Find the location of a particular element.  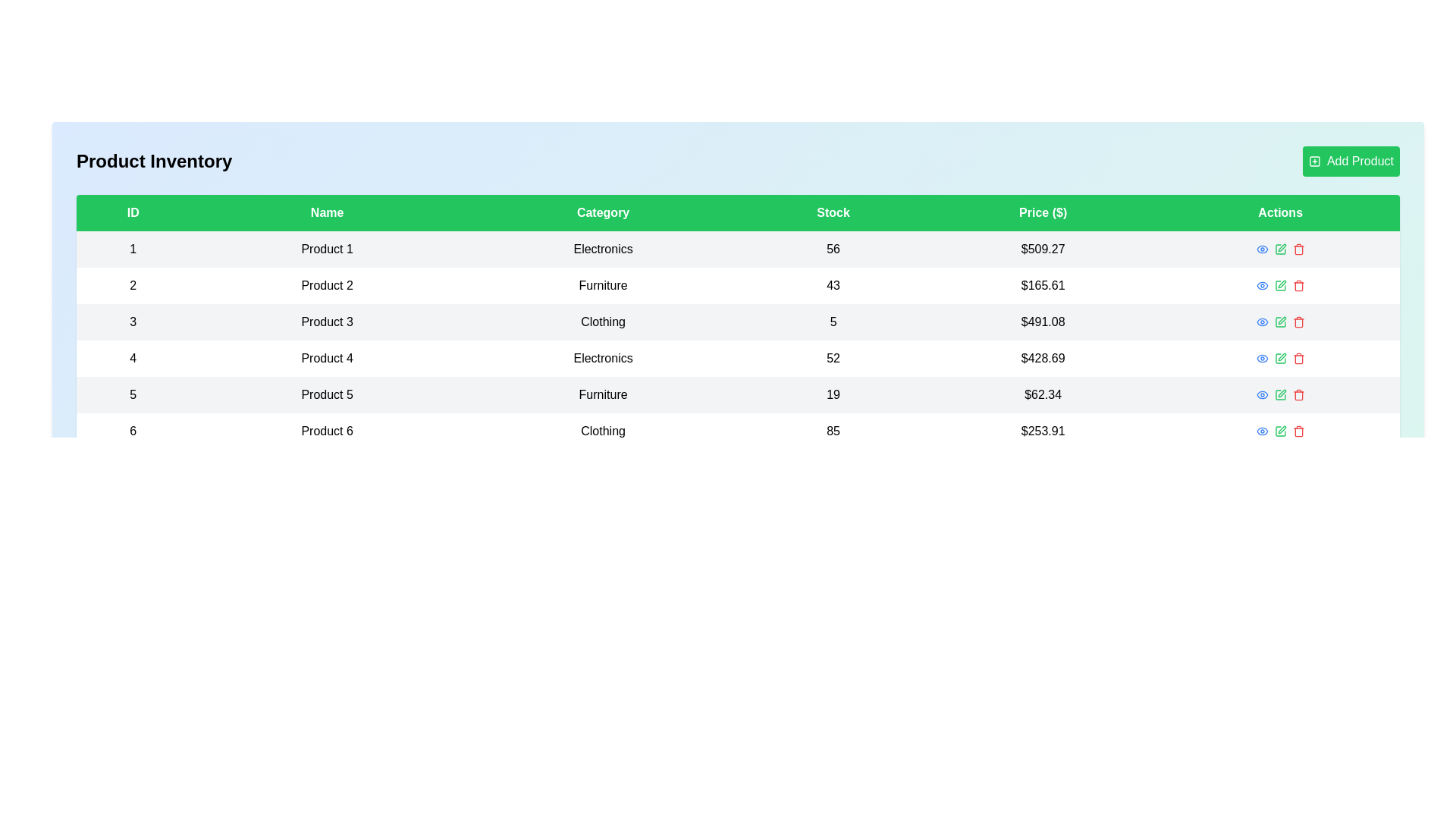

delete button for the product with ID 4 is located at coordinates (1298, 359).